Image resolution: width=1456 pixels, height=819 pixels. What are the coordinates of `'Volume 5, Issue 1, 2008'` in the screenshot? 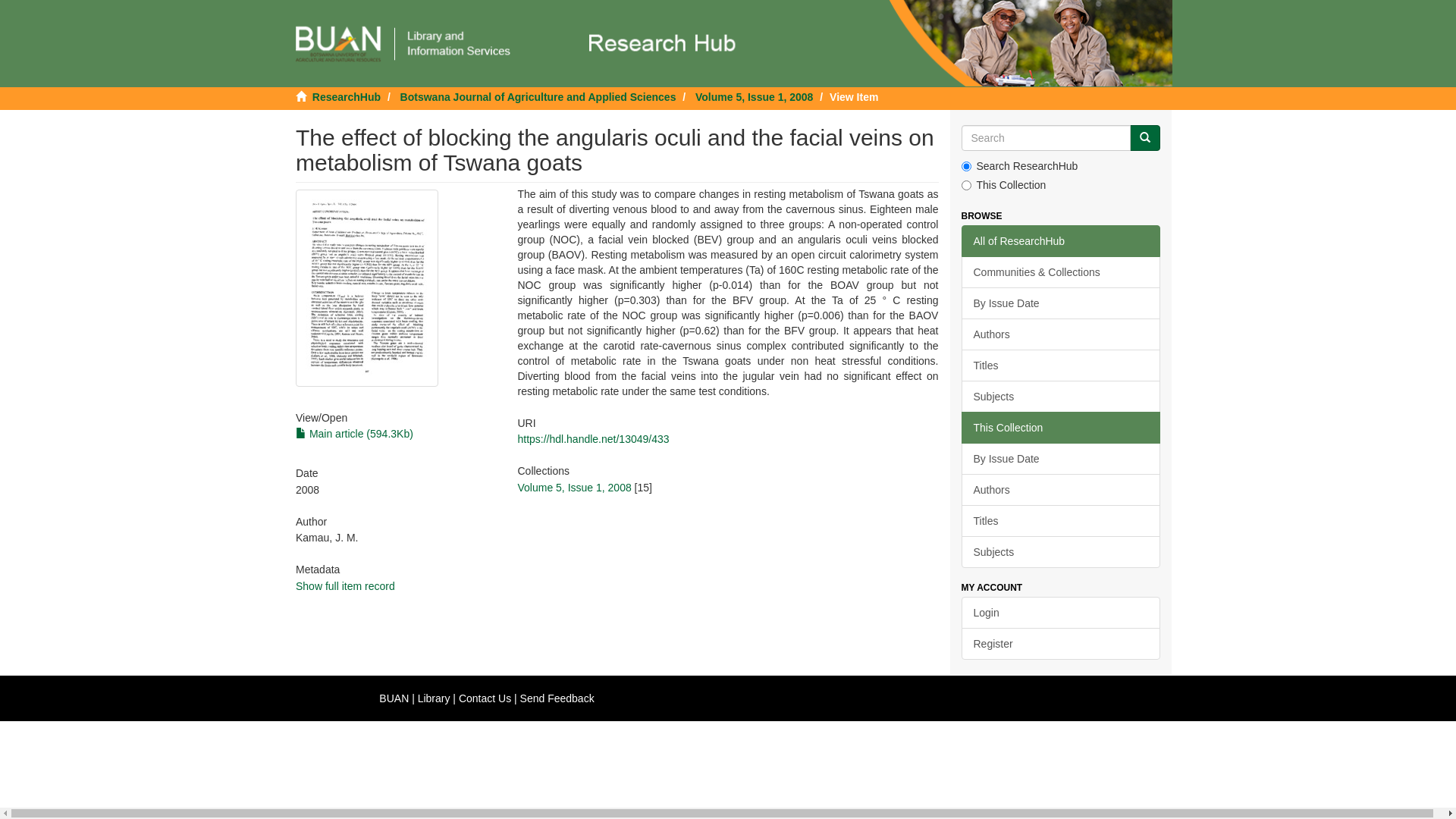 It's located at (754, 96).